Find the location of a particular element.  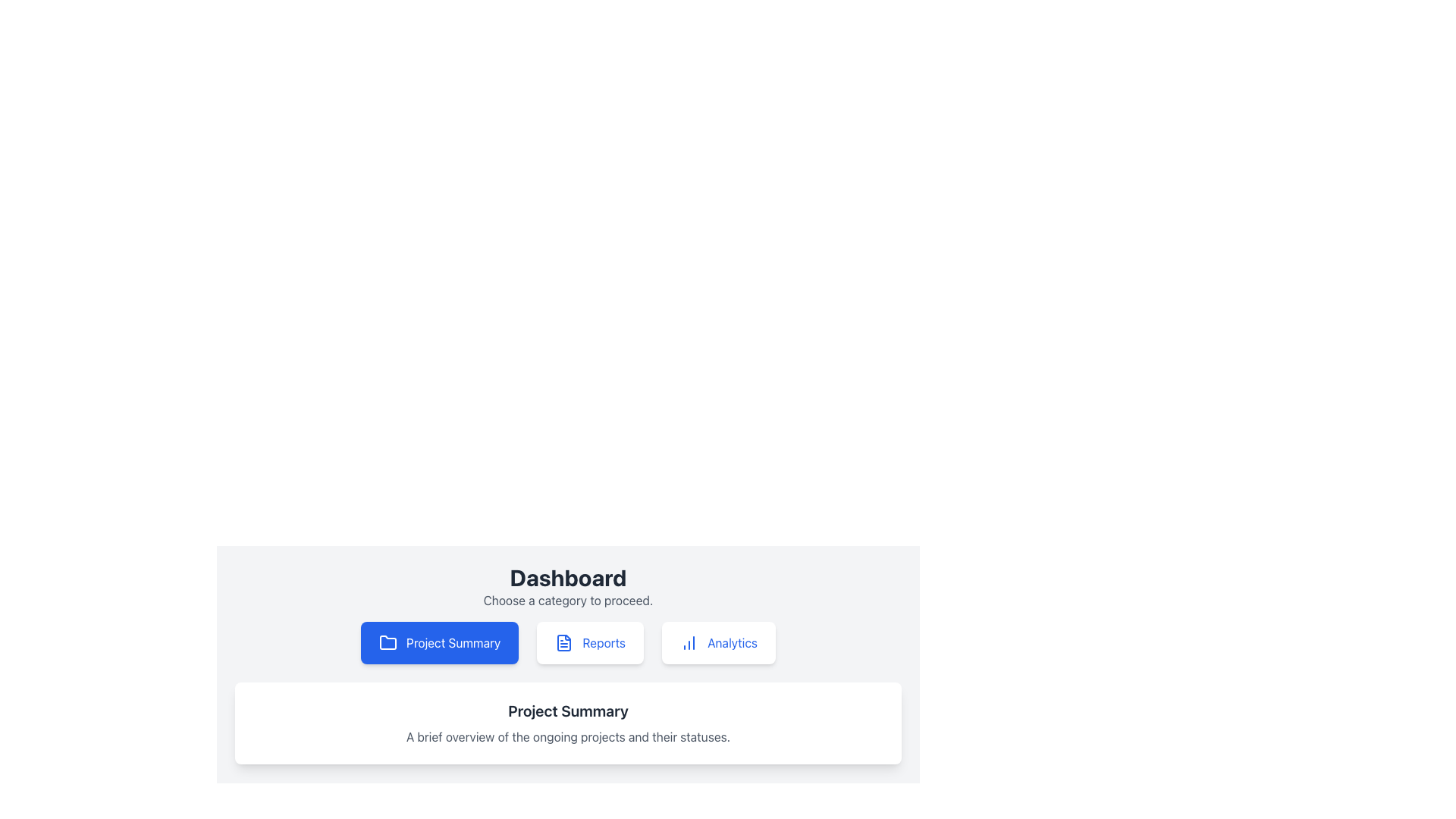

the 'Analytics' text label in the horizontal navigation menu below the 'Dashboard' header is located at coordinates (732, 643).